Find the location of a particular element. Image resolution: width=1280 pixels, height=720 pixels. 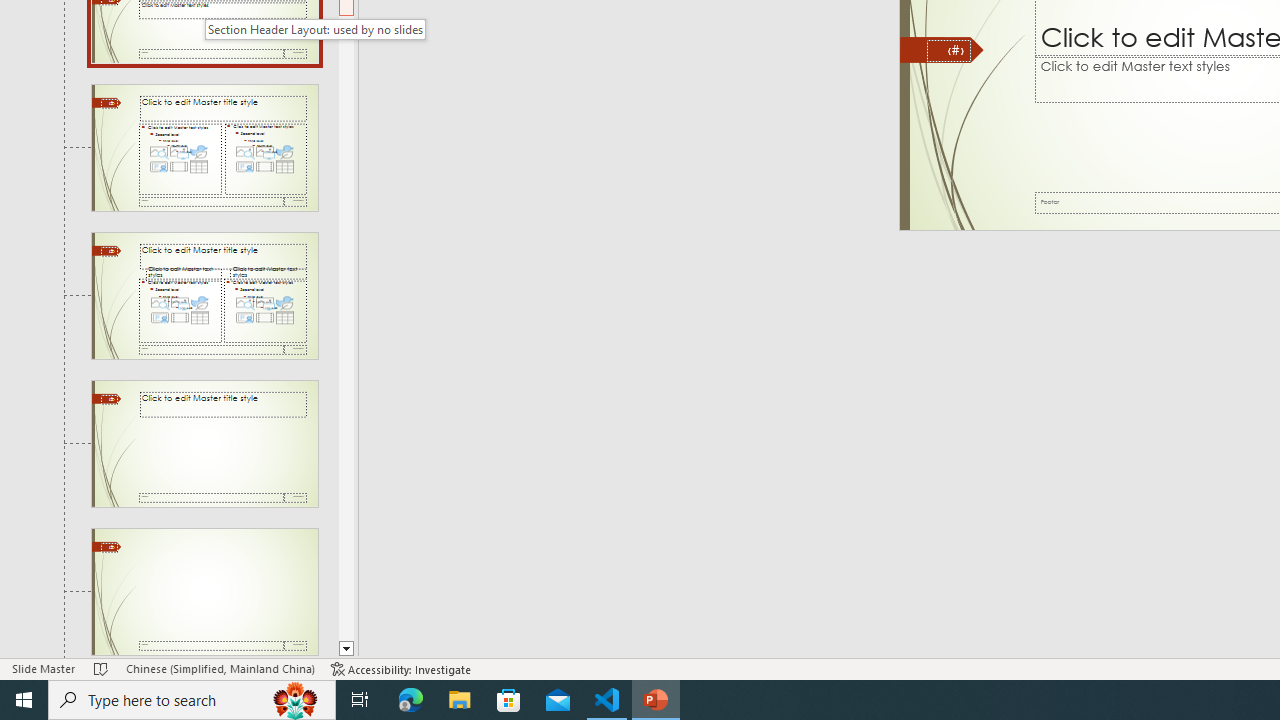

'Slide Title Only Layout: used by no slides' is located at coordinates (204, 442).